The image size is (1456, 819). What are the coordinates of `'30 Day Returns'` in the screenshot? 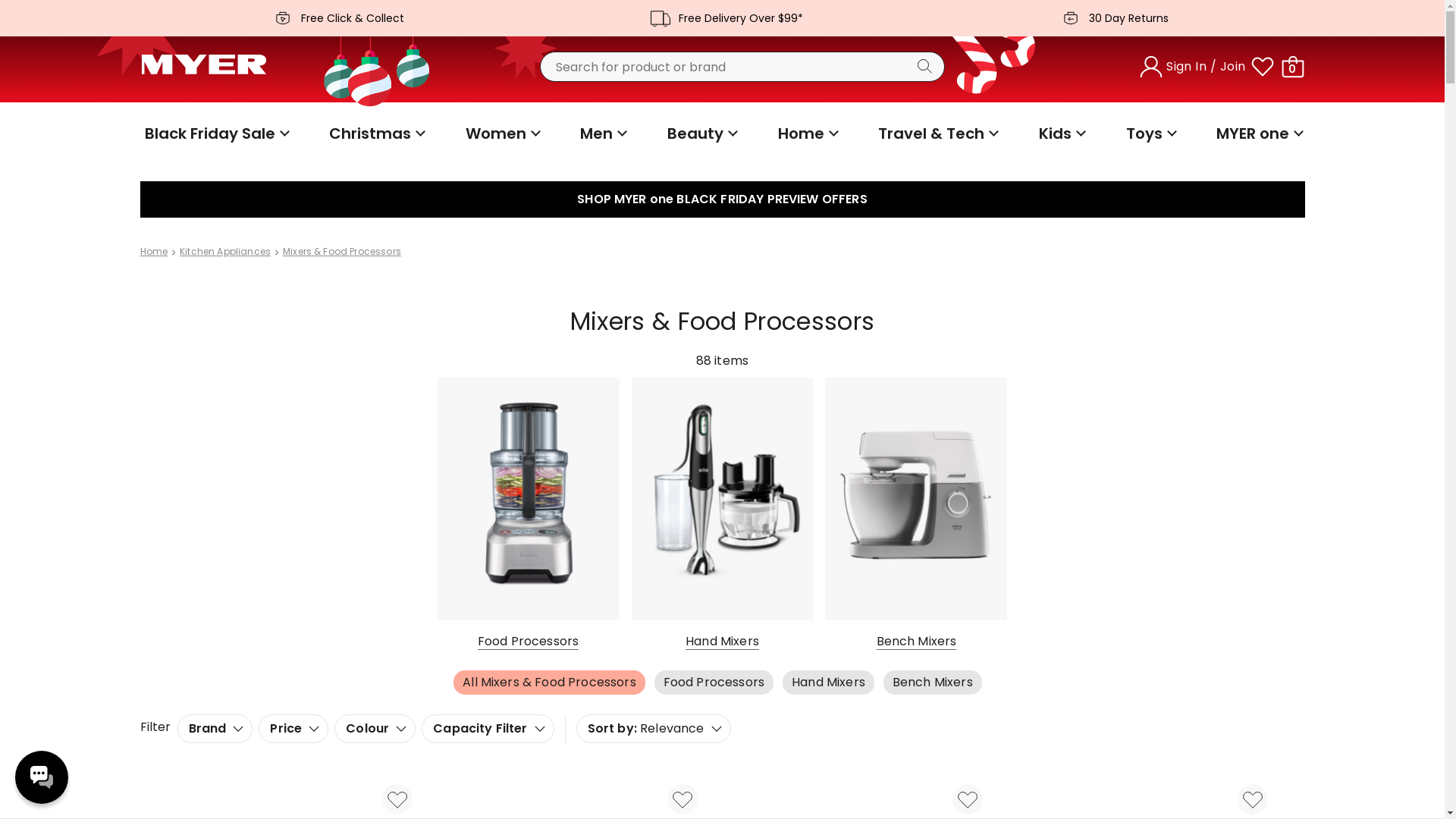 It's located at (1110, 17).